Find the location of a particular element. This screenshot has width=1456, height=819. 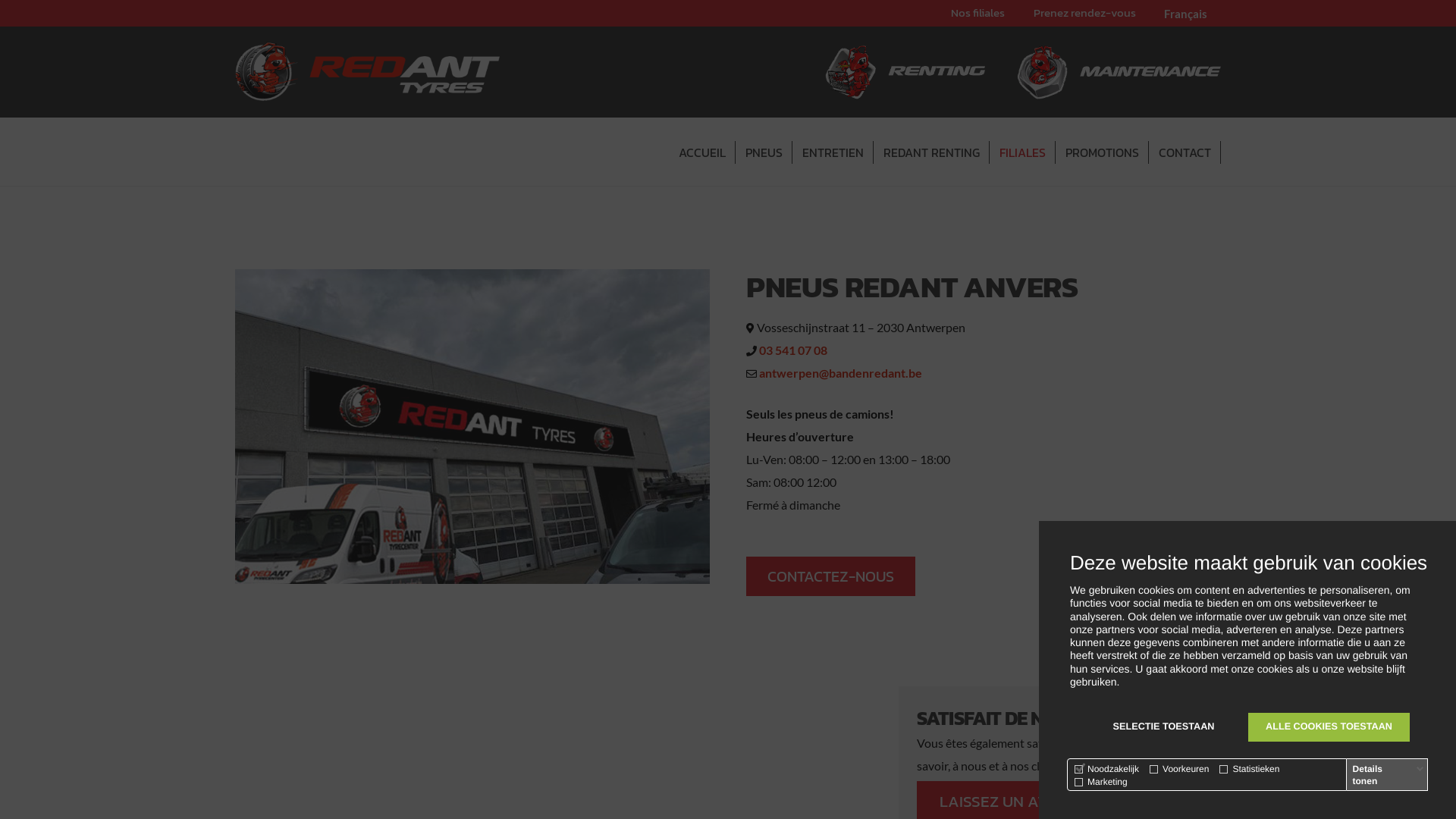

'03 541 07 08' is located at coordinates (759, 350).